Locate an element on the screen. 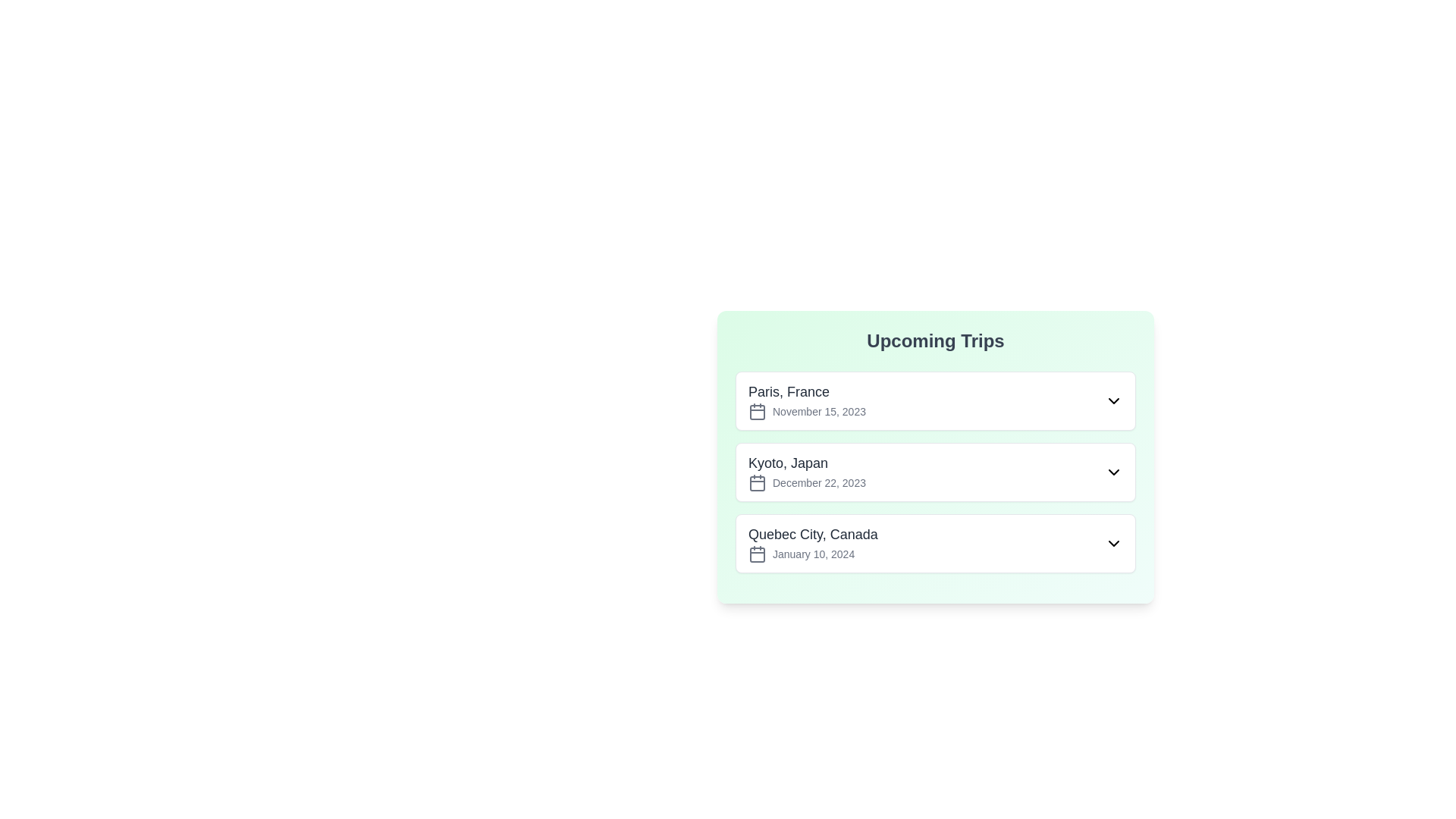 This screenshot has height=819, width=1456. the calendar icon located slightly to the left of the text 'December 22, 2023' in the 'Upcoming Trips' list is located at coordinates (757, 482).